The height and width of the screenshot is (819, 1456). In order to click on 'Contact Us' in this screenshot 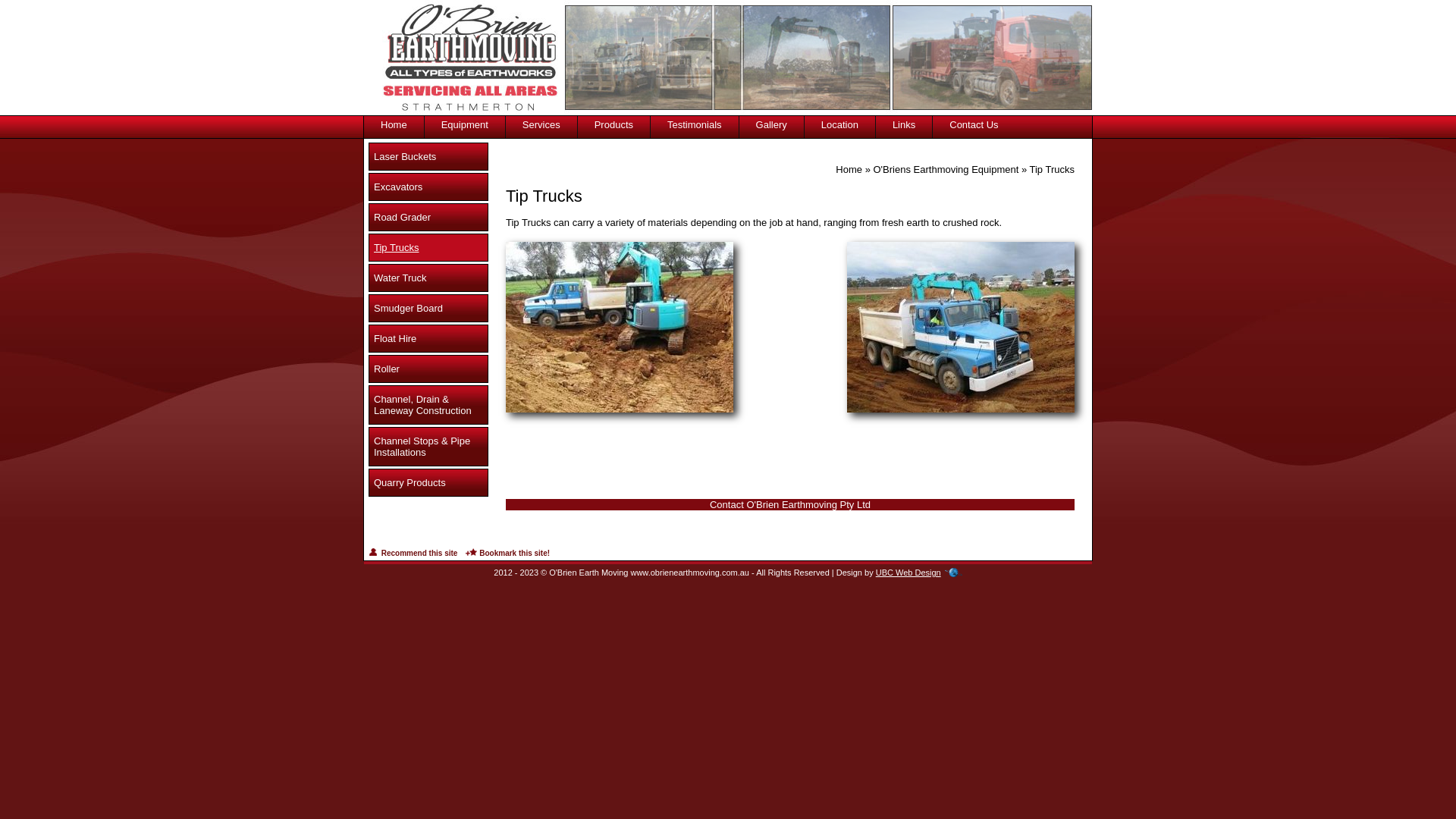, I will do `click(973, 118)`.